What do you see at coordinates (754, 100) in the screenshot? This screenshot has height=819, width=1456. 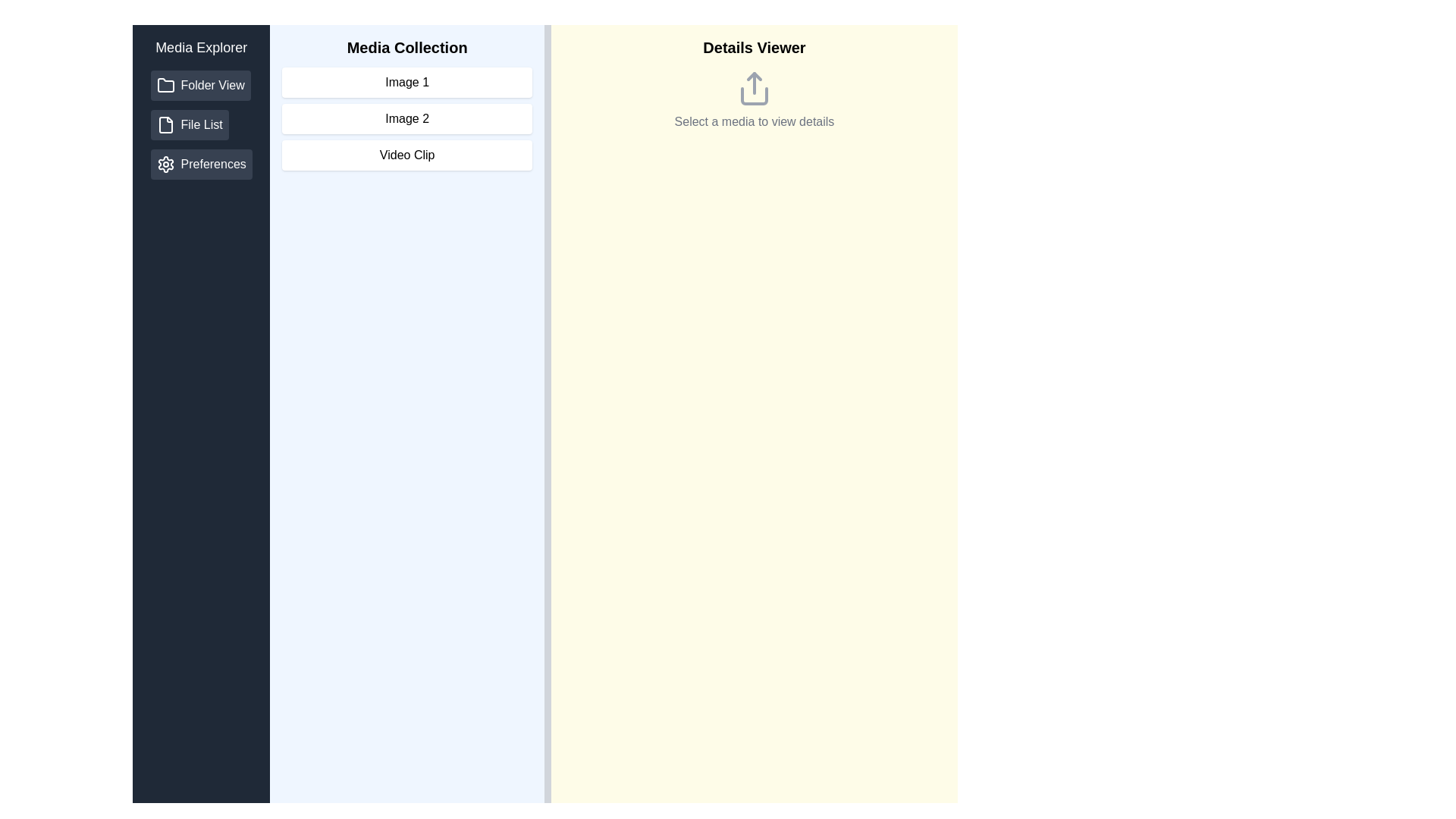 I see `the decorative icon and instruction text element that indicates to 'Select a media` at bounding box center [754, 100].